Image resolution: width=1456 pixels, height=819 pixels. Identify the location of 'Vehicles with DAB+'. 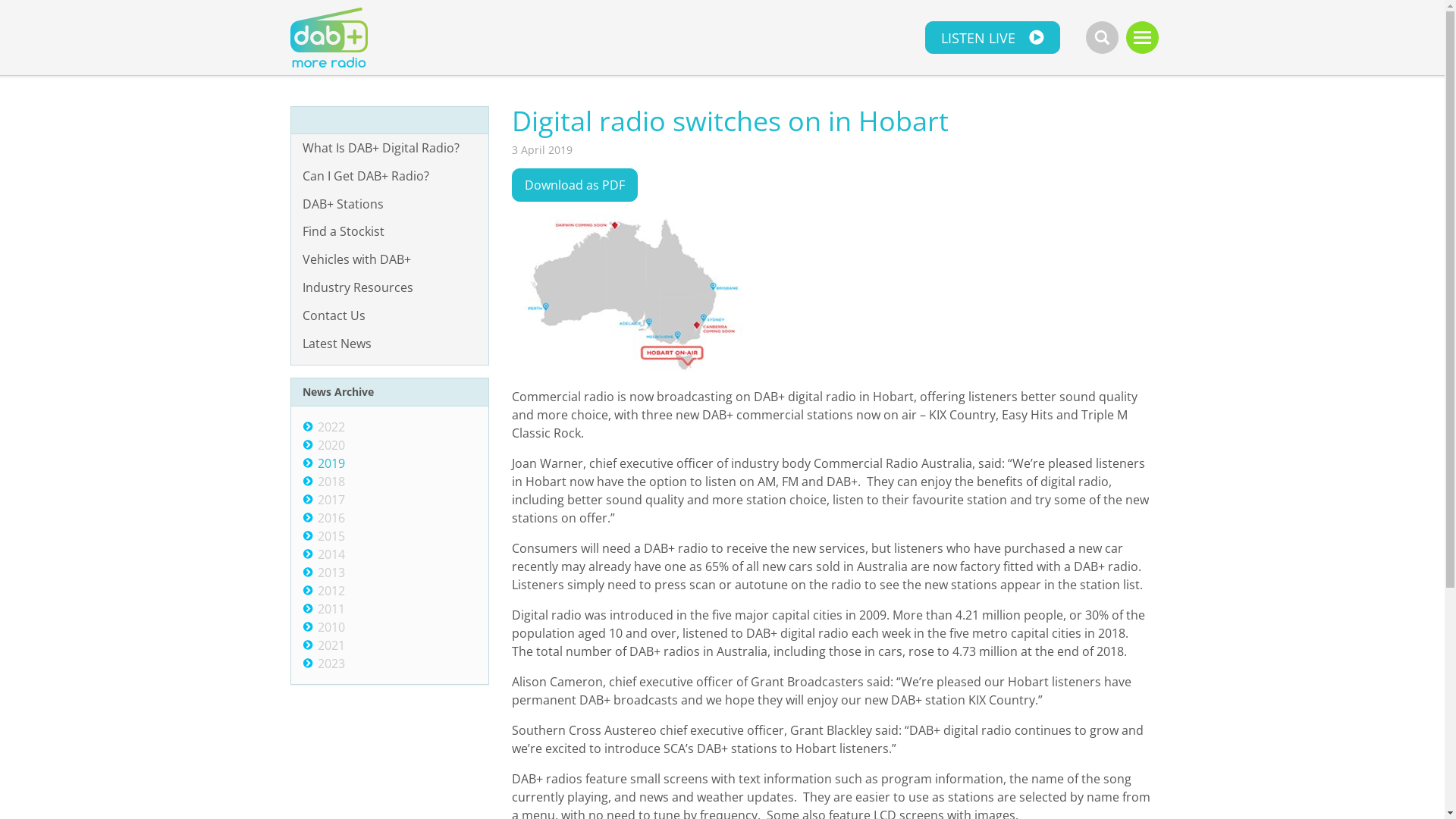
(390, 259).